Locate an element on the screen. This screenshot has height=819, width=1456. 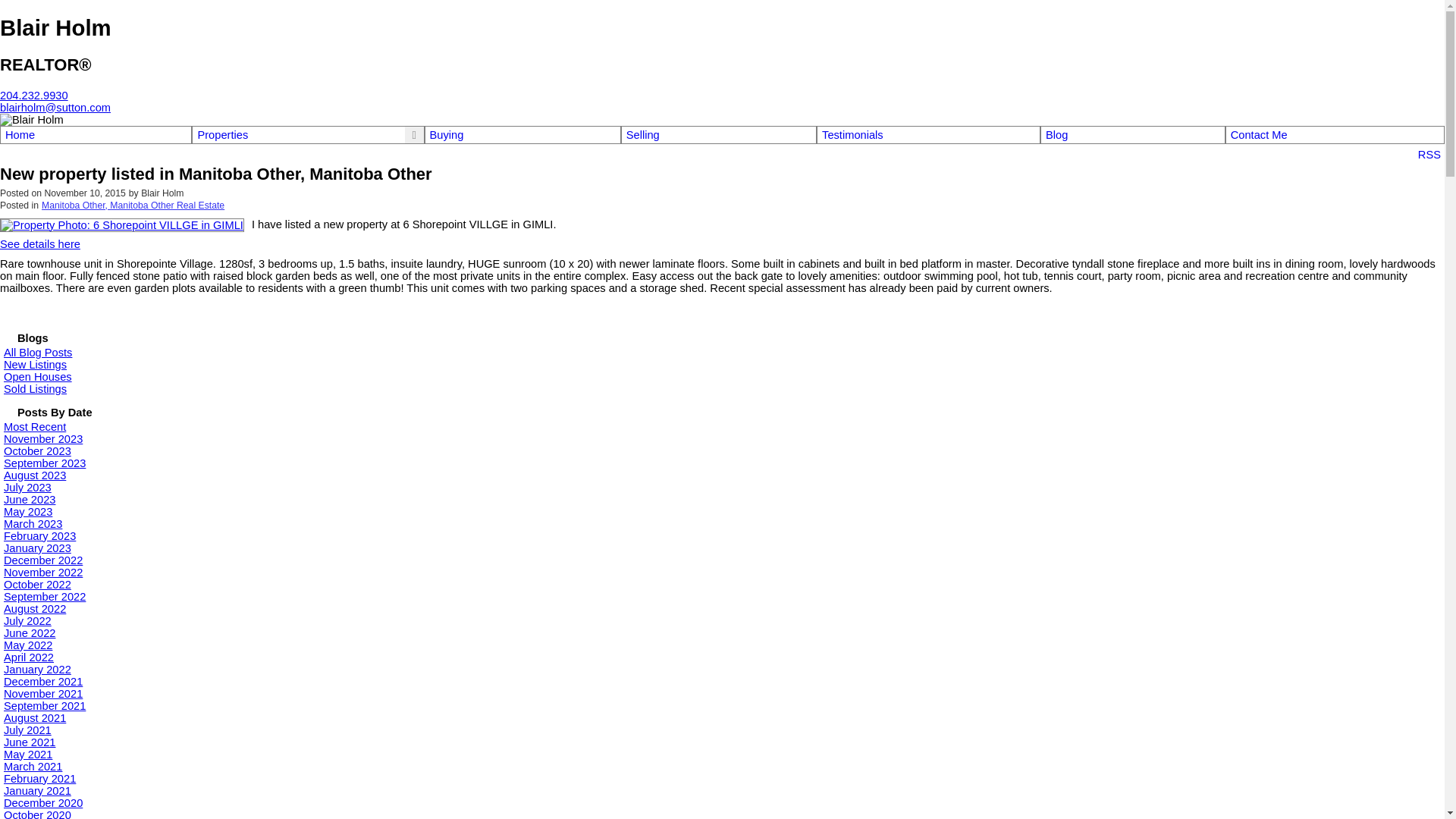
'April 2022' is located at coordinates (29, 657).